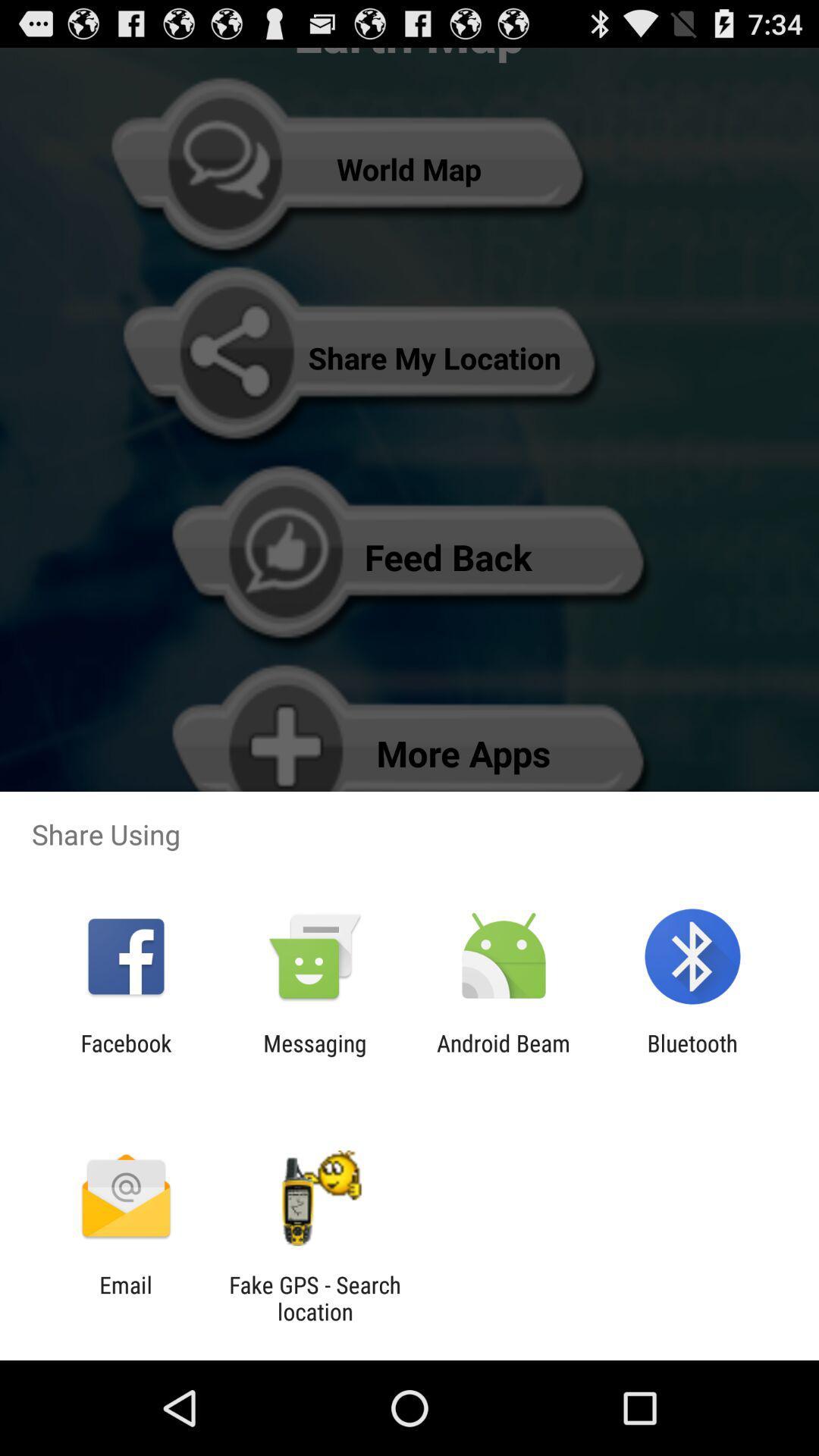  I want to click on the fake gps search item, so click(314, 1298).